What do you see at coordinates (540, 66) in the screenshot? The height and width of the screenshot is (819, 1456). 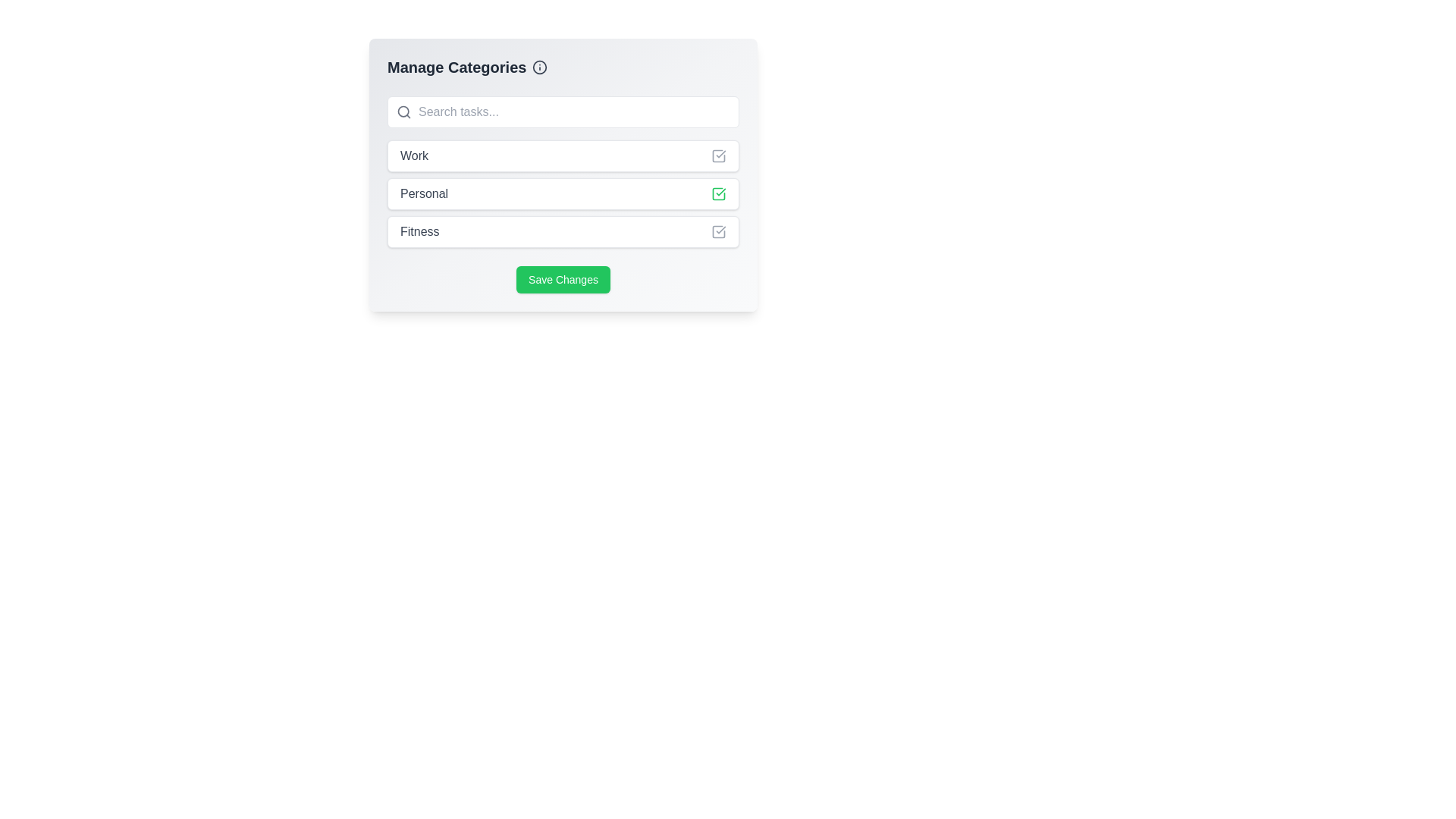 I see `the Information icon button, which is a circular gray icon with an 'i' in the center, located near the right edge of the 'Manage Categories' header` at bounding box center [540, 66].